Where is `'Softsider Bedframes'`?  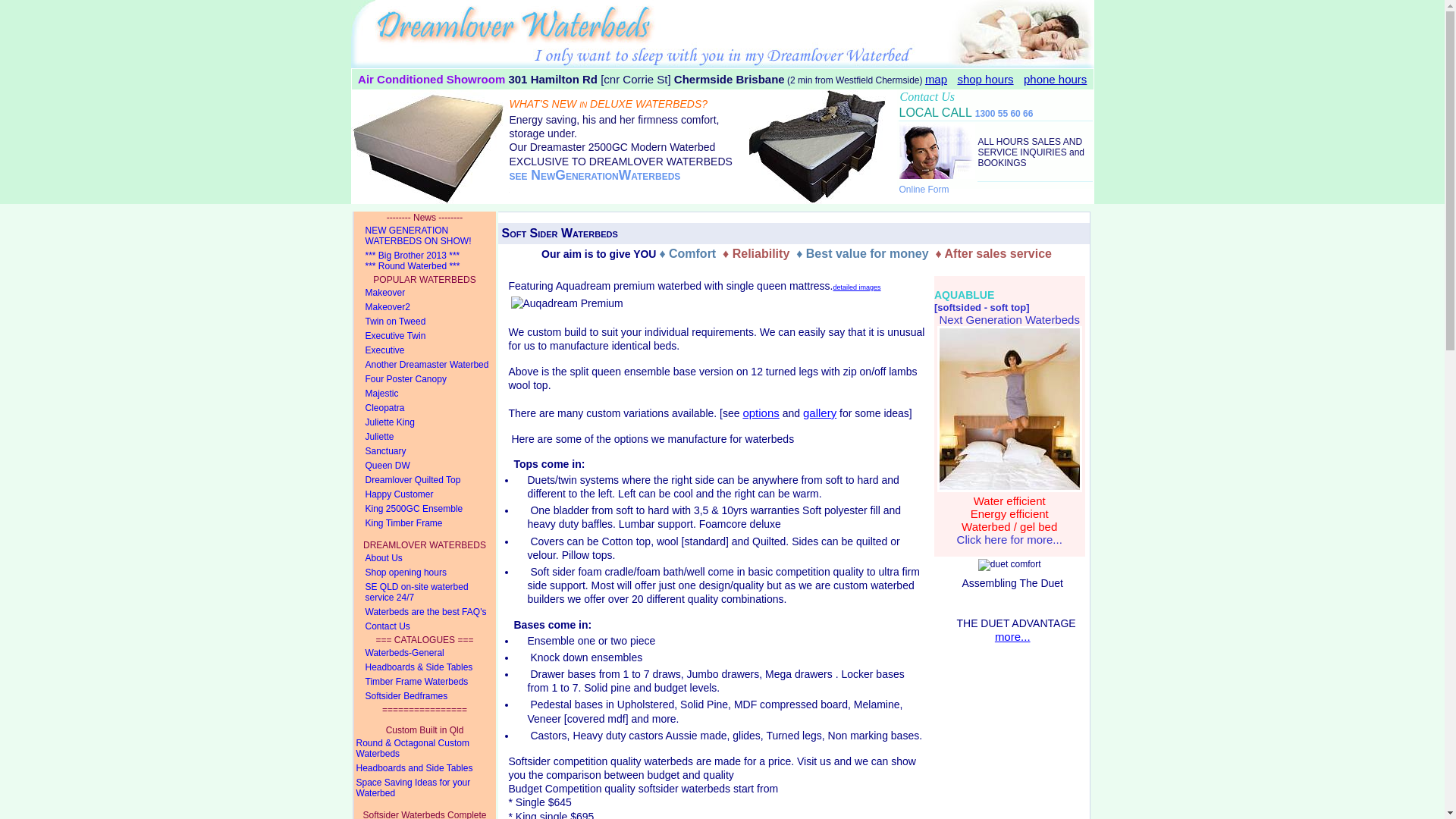
'Softsider Bedframes' is located at coordinates (424, 696).